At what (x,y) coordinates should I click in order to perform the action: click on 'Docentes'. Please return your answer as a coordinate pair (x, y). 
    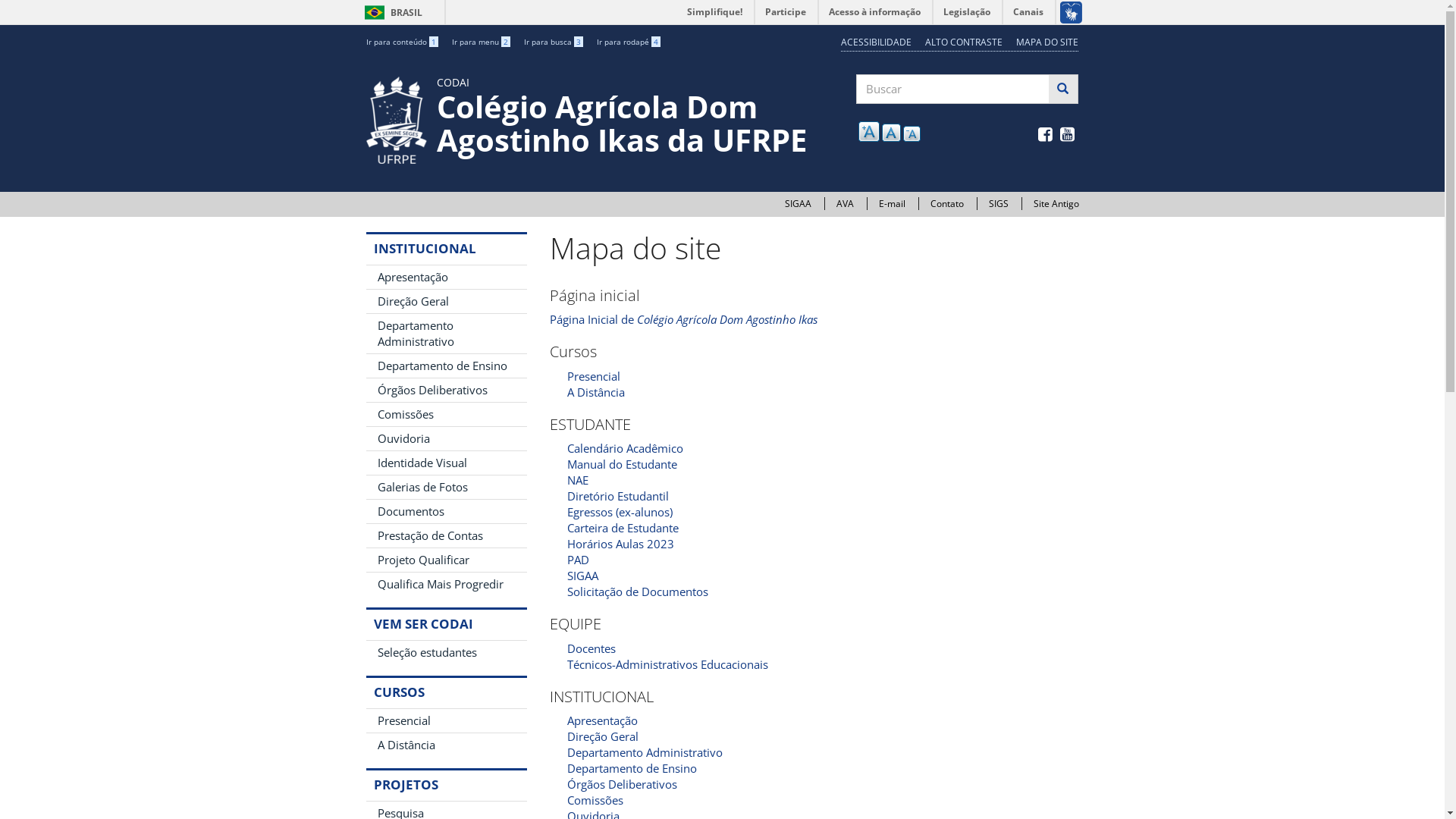
    Looking at the image, I should click on (590, 648).